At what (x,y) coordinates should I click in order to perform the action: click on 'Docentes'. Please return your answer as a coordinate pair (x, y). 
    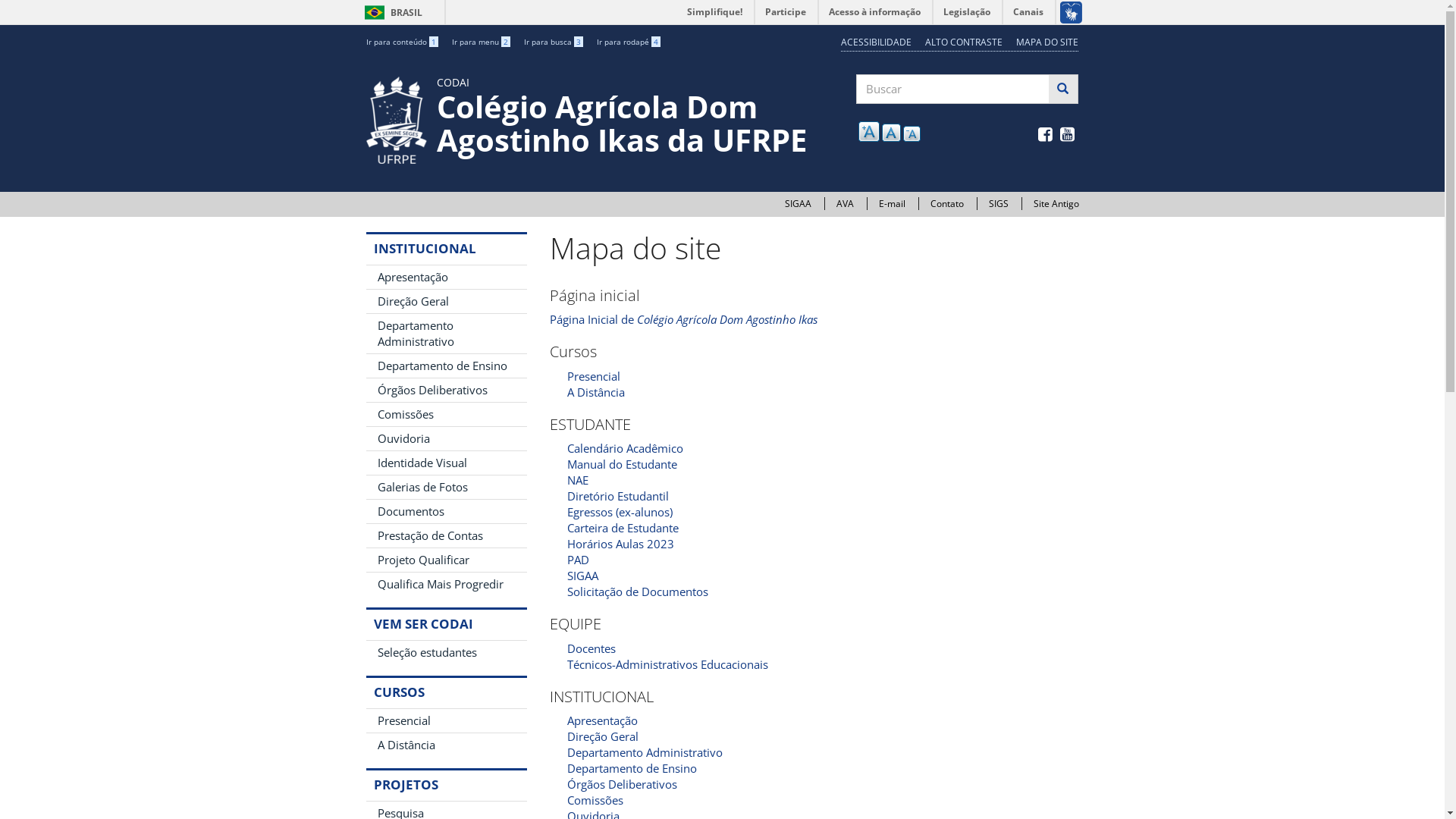
    Looking at the image, I should click on (590, 648).